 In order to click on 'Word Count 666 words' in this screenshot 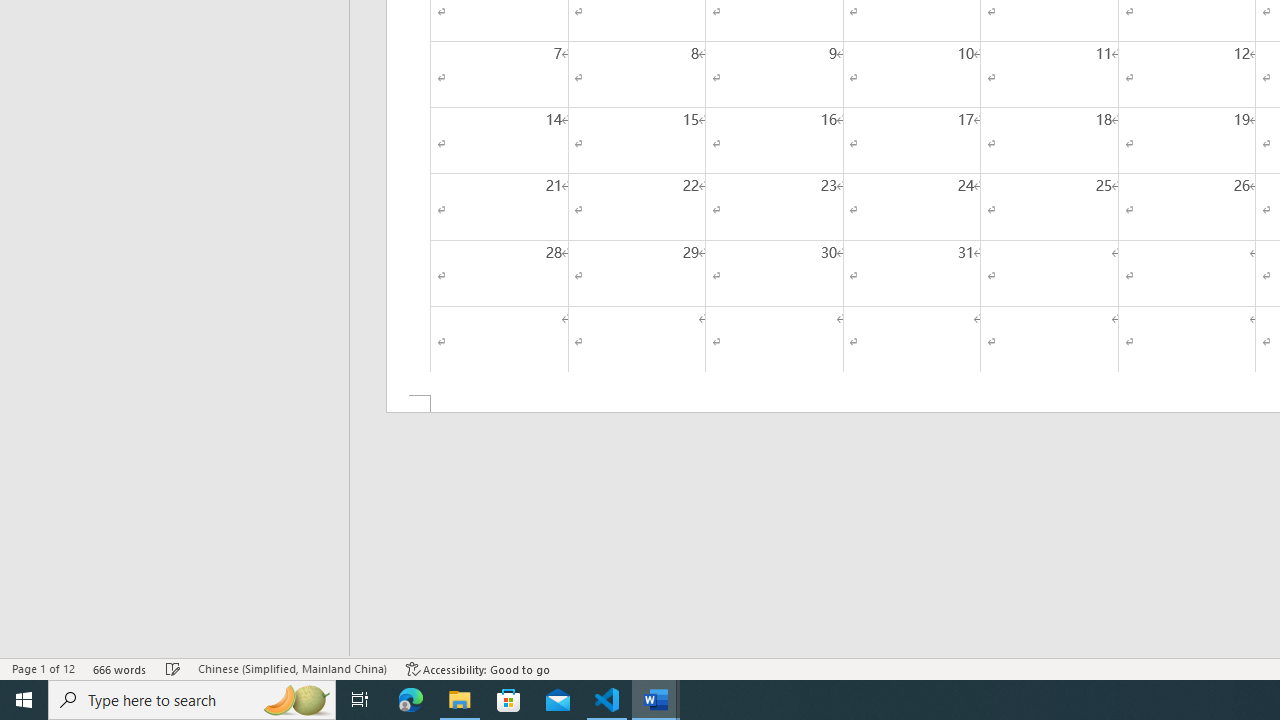, I will do `click(119, 669)`.